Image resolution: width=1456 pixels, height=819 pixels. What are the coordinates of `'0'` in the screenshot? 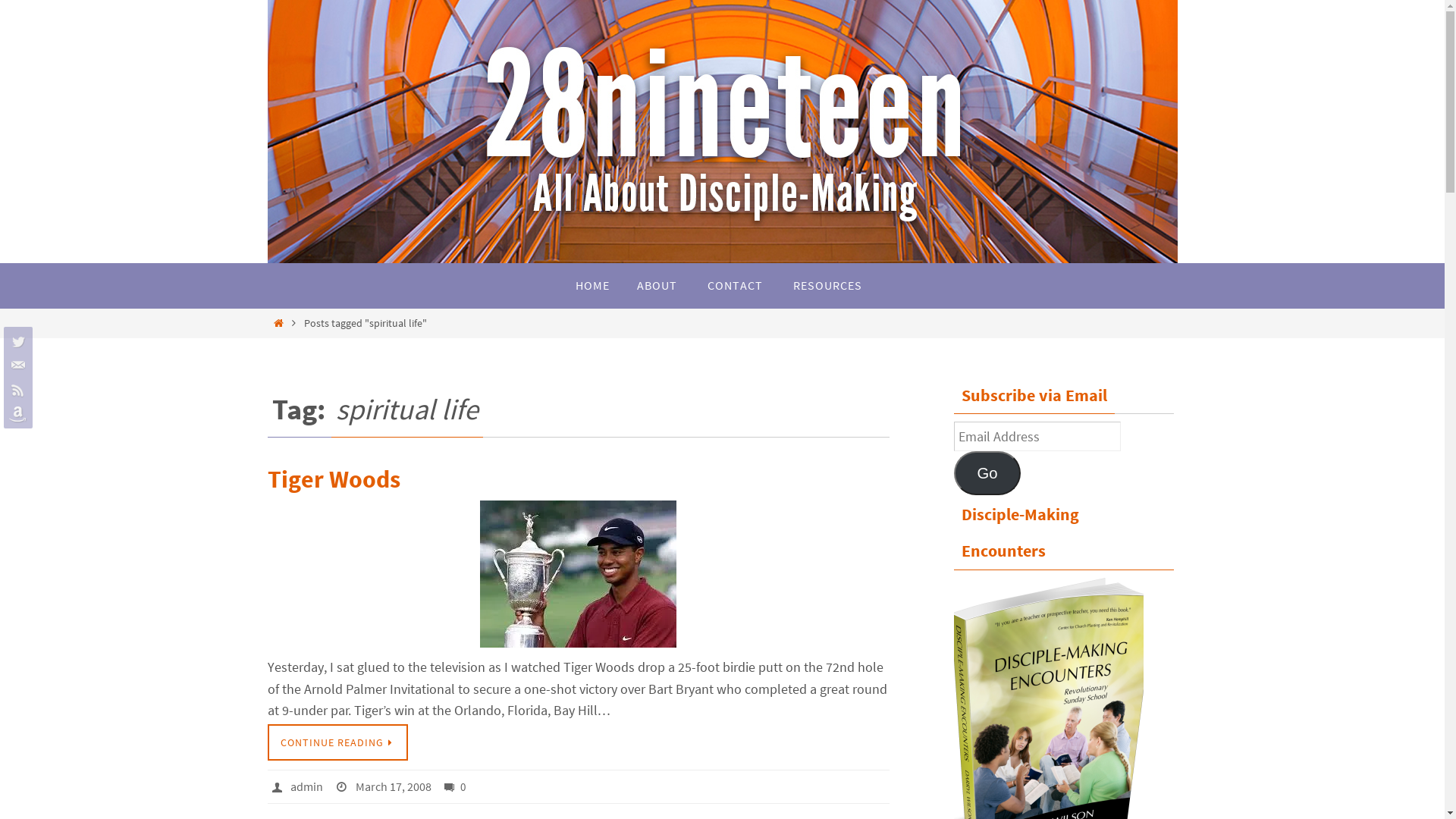 It's located at (442, 786).